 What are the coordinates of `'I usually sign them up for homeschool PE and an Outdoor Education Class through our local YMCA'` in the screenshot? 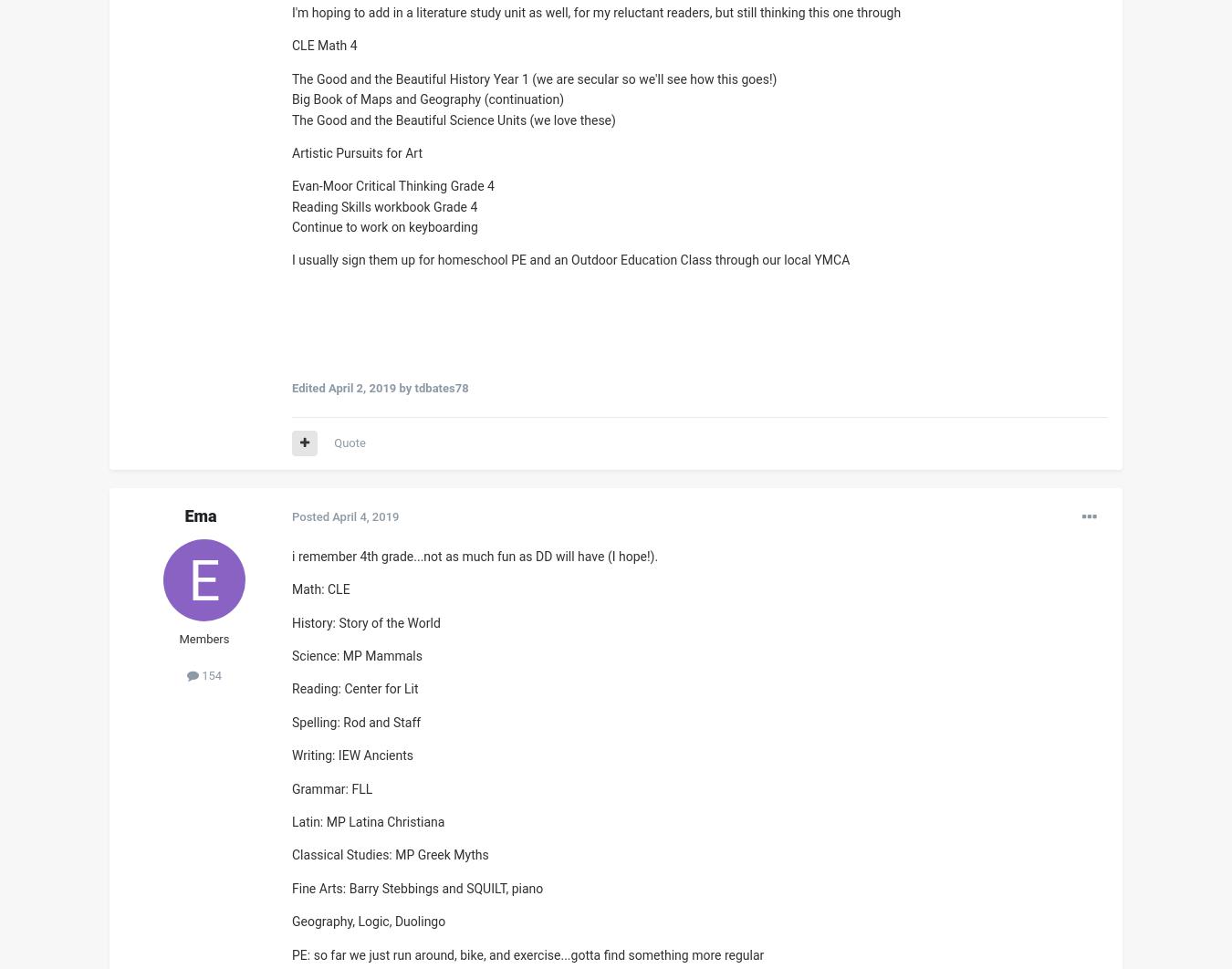 It's located at (570, 259).